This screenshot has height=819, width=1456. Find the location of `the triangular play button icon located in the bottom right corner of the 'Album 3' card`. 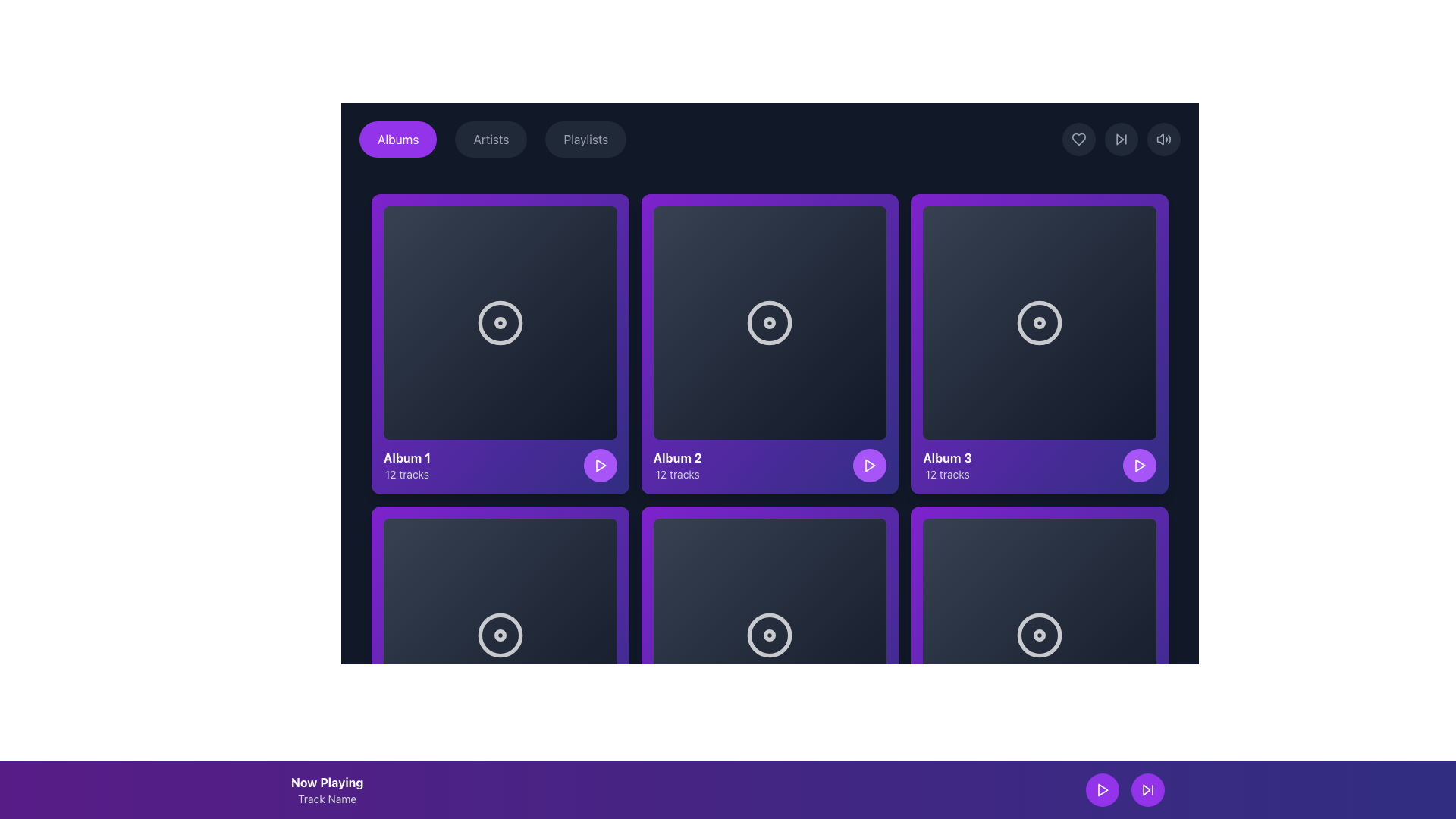

the triangular play button icon located in the bottom right corner of the 'Album 3' card is located at coordinates (870, 464).